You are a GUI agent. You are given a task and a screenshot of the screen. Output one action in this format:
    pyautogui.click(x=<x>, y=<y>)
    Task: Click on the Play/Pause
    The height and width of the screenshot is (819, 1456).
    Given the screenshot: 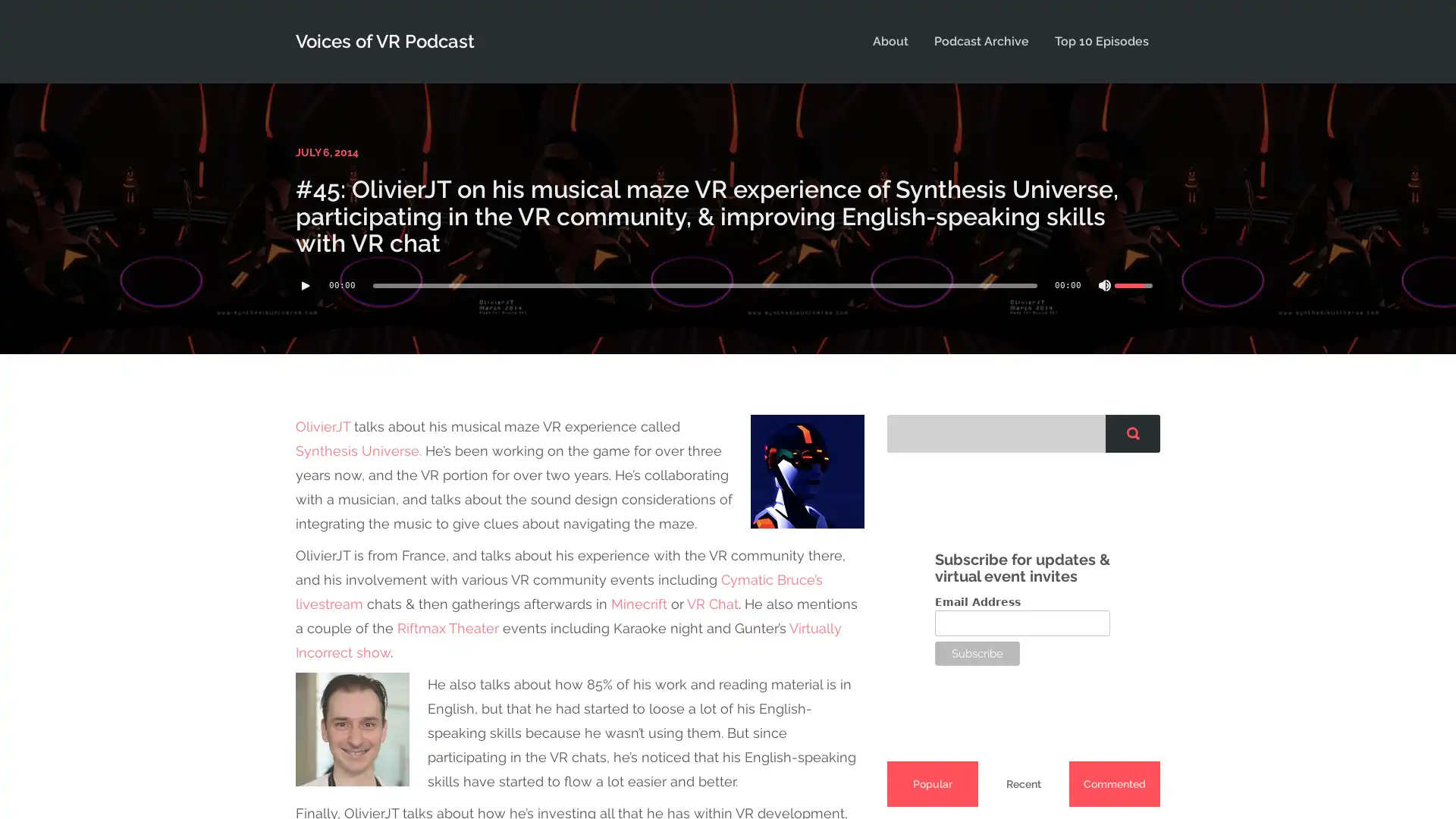 What is the action you would take?
    pyautogui.click(x=305, y=284)
    